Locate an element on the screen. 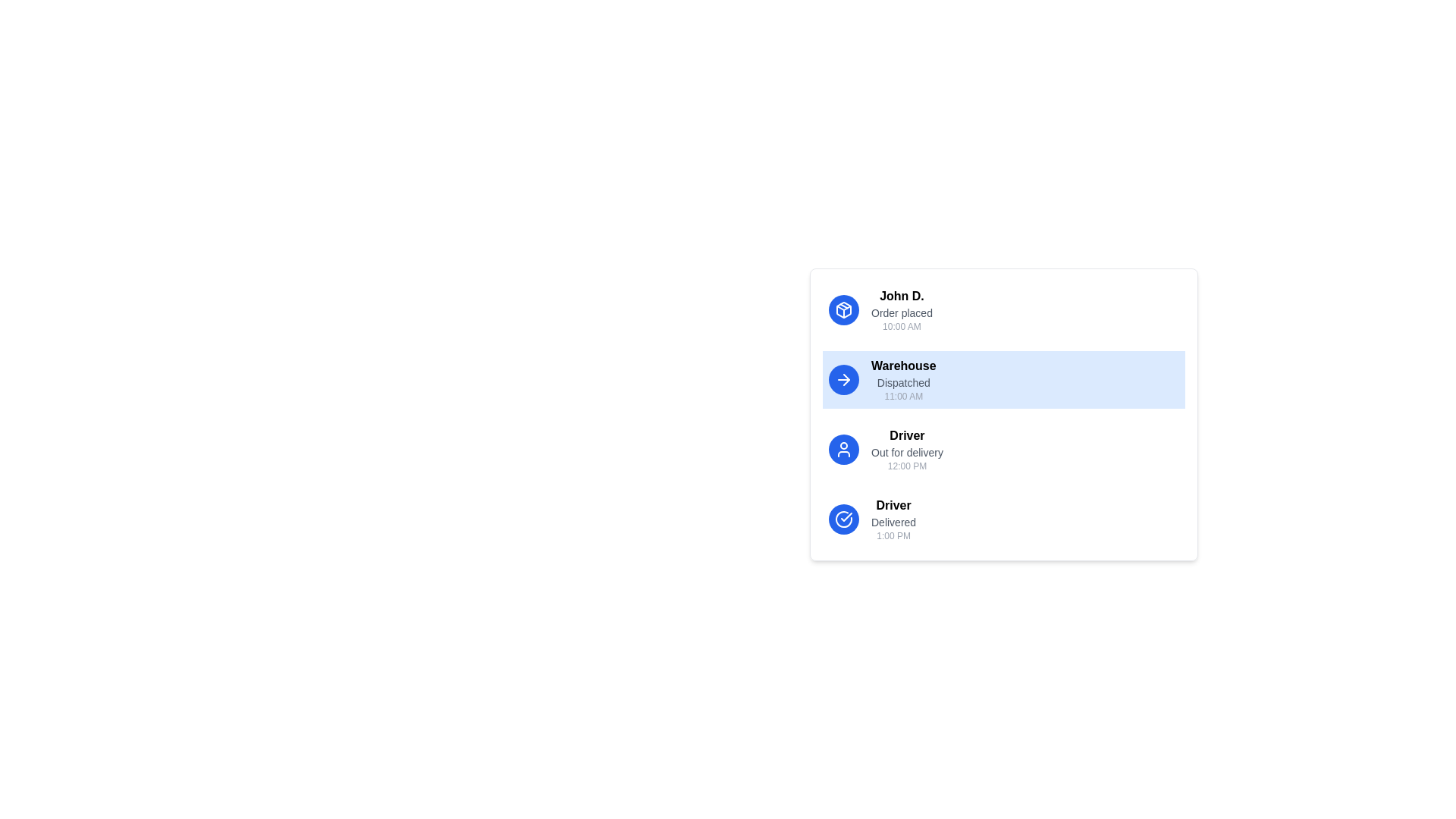  the blue and white polygonal SVG graphic icon indicating the 'Warehouse' stage, located to the left of the 'Warehouse - Dispatched' text is located at coordinates (843, 309).